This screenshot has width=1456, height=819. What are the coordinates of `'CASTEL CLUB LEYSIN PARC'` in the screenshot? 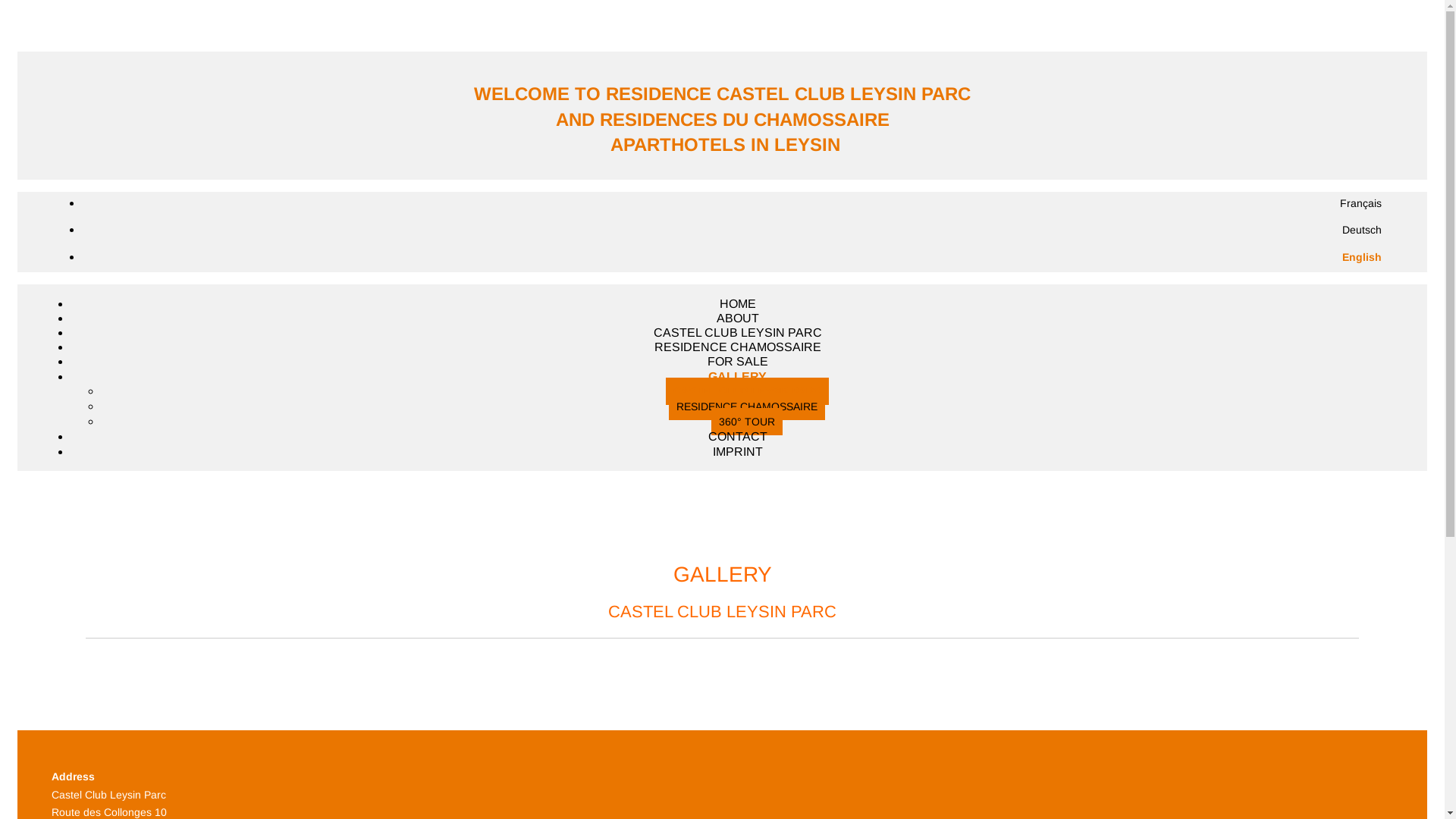 It's located at (666, 391).